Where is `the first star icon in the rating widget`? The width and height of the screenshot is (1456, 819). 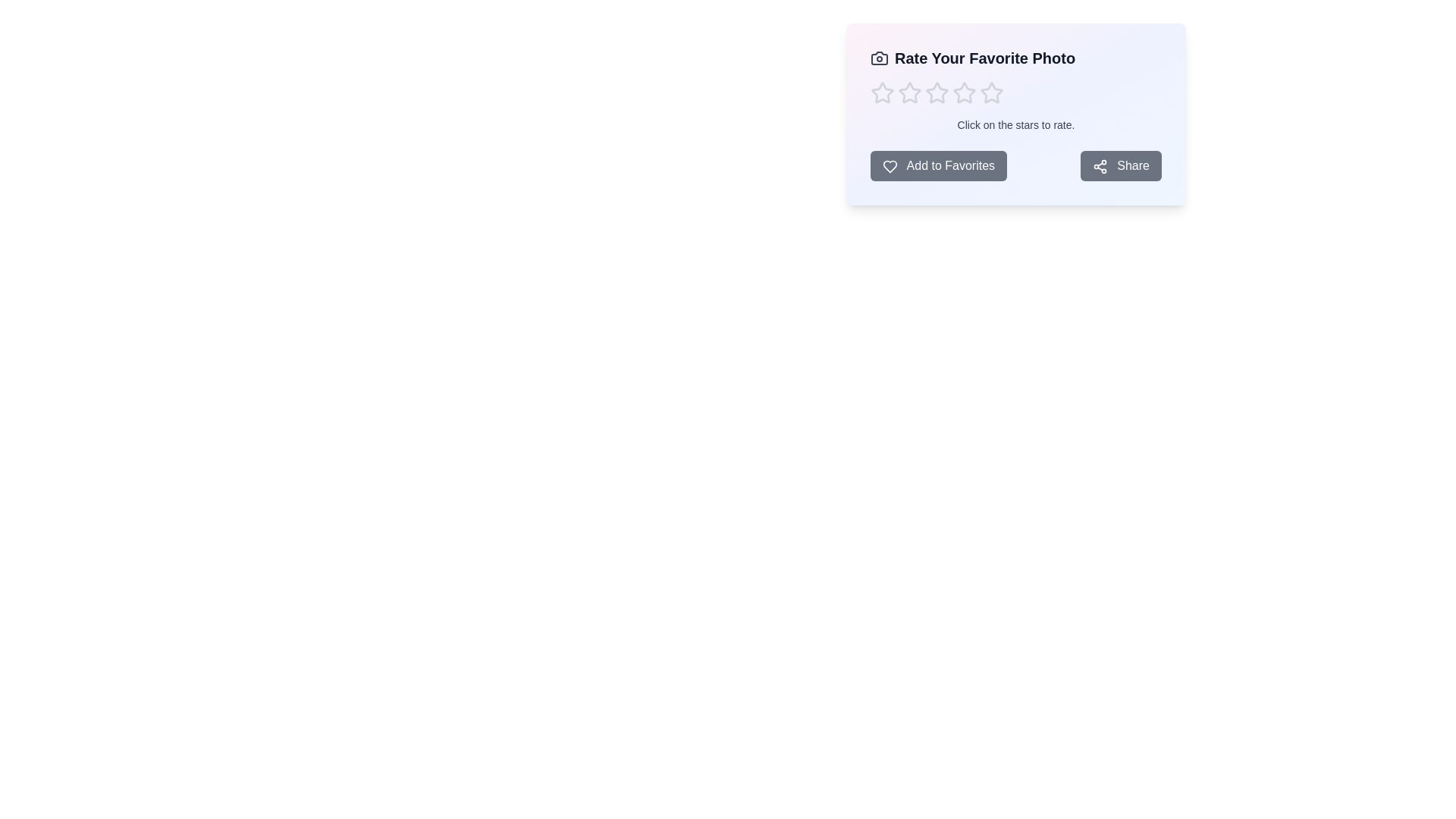 the first star icon in the rating widget is located at coordinates (882, 93).